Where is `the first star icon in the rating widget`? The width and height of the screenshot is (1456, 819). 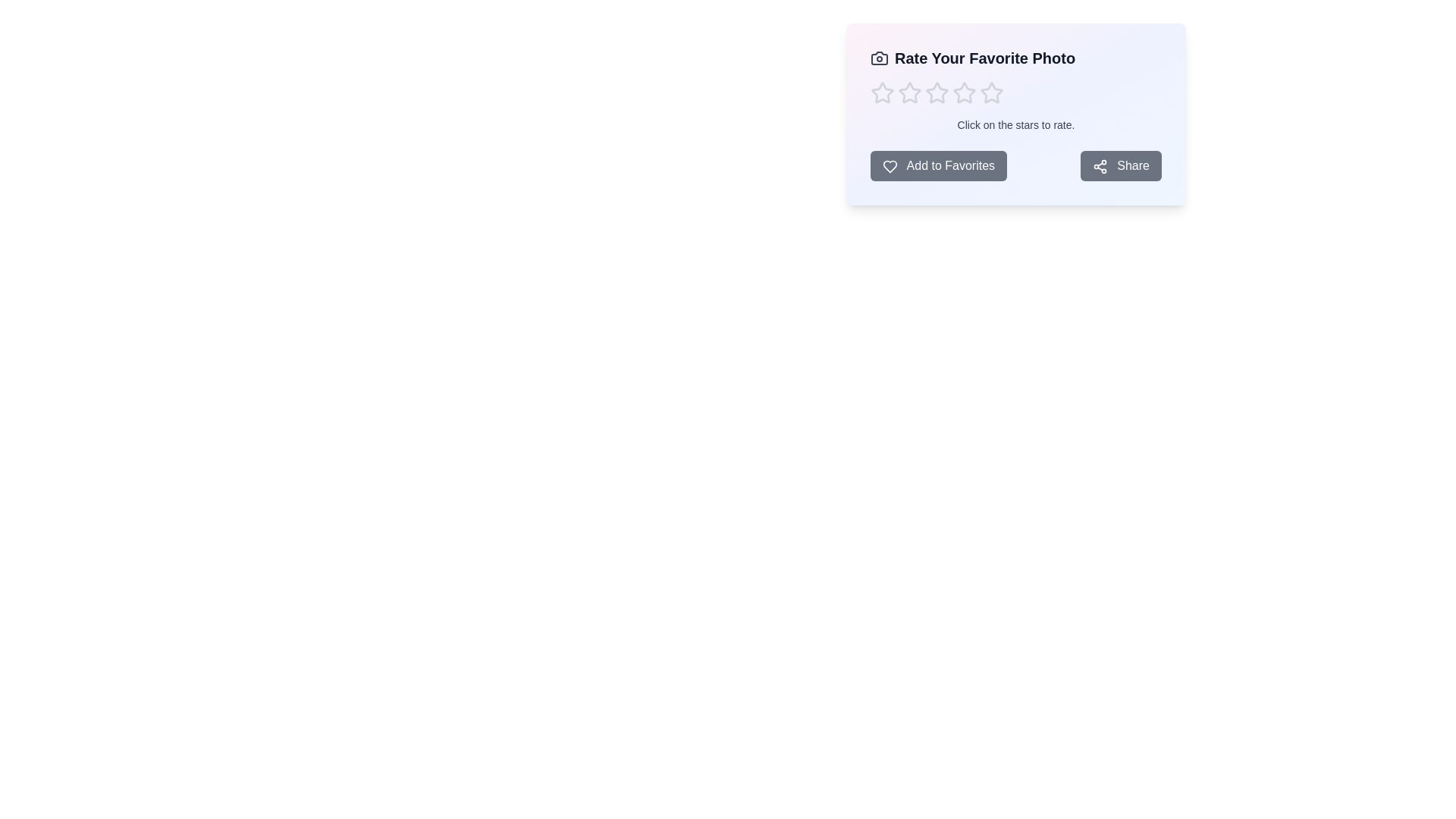 the first star icon in the rating widget is located at coordinates (882, 93).